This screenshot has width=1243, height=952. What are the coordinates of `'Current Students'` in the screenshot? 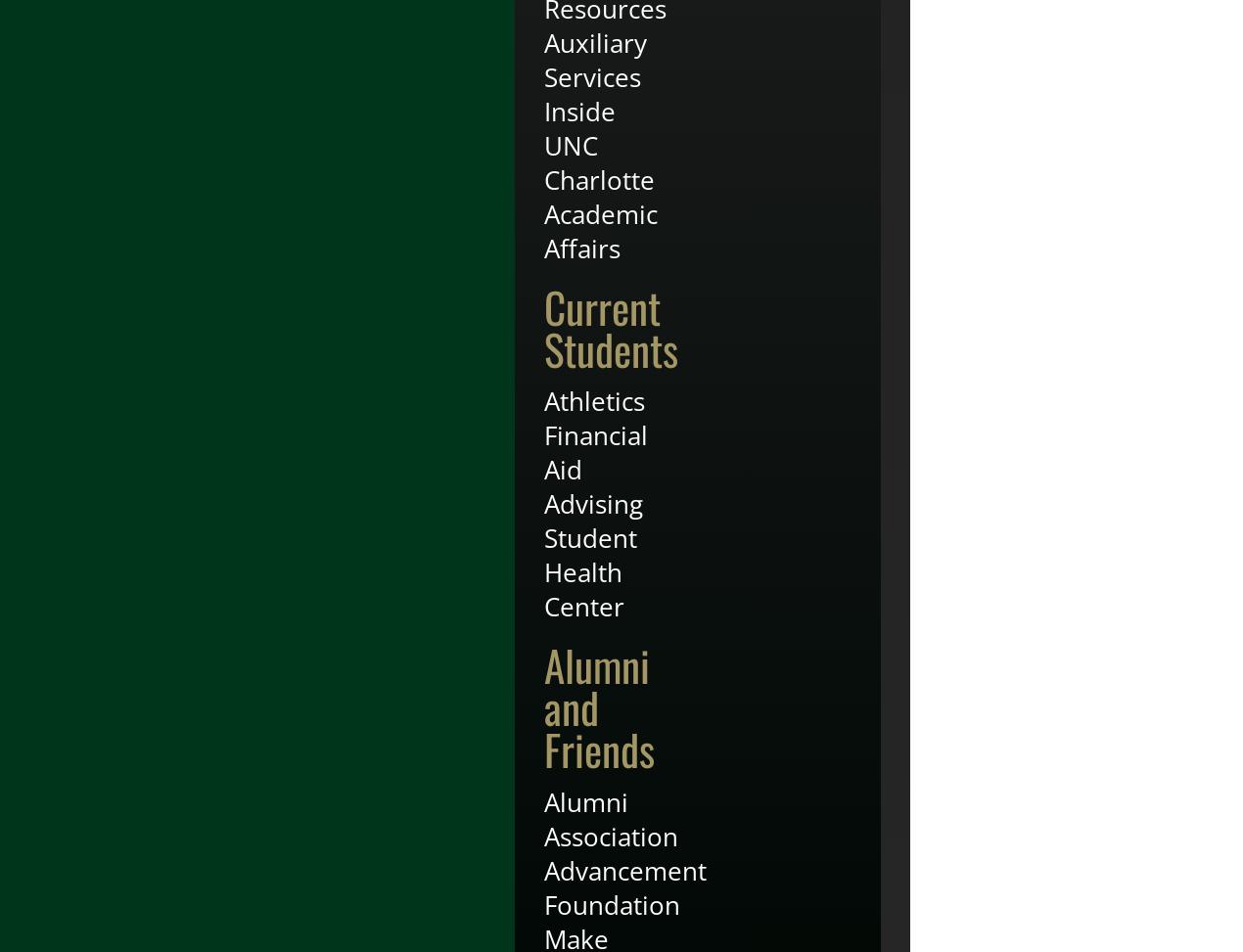 It's located at (611, 326).